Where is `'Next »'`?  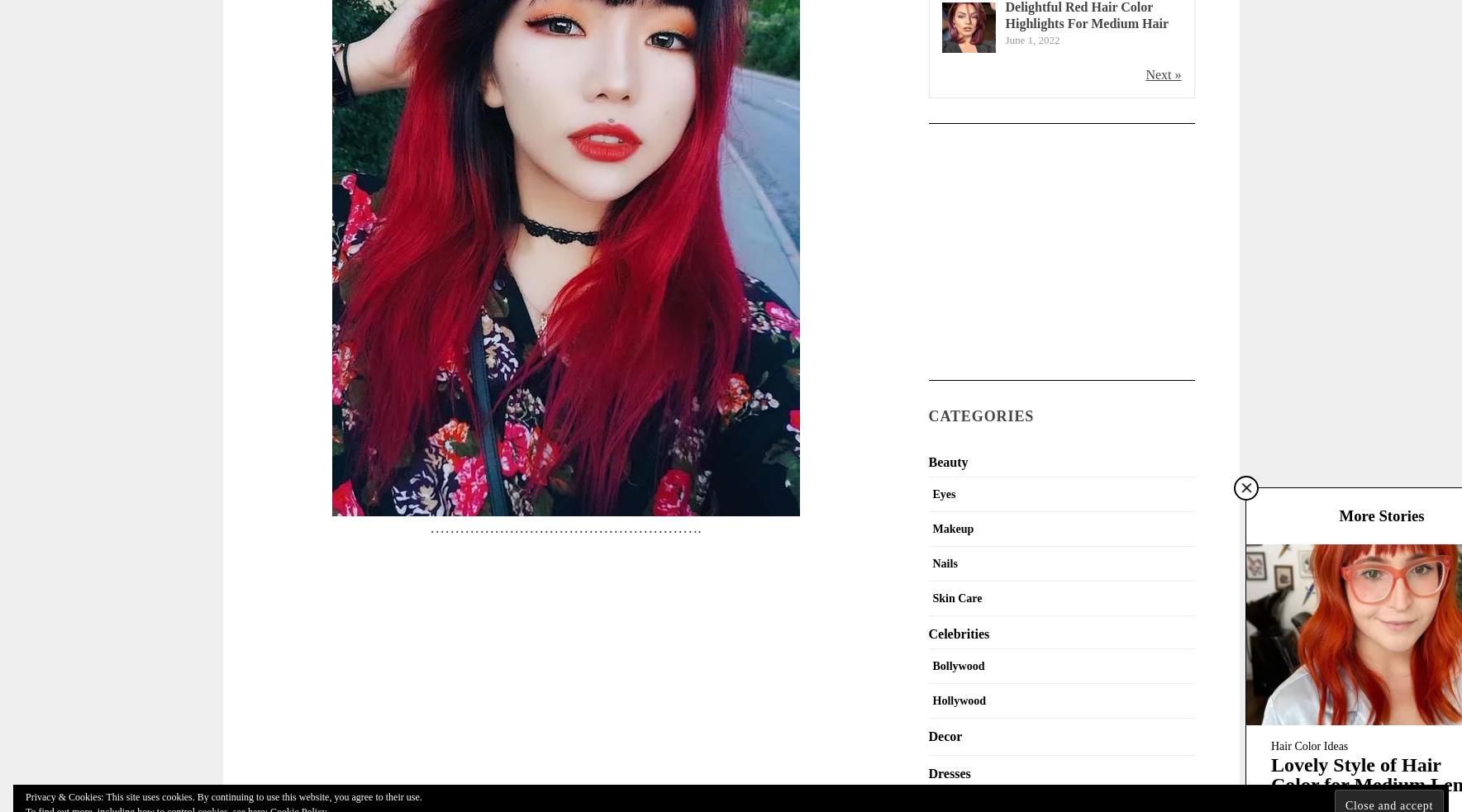 'Next »' is located at coordinates (1145, 73).